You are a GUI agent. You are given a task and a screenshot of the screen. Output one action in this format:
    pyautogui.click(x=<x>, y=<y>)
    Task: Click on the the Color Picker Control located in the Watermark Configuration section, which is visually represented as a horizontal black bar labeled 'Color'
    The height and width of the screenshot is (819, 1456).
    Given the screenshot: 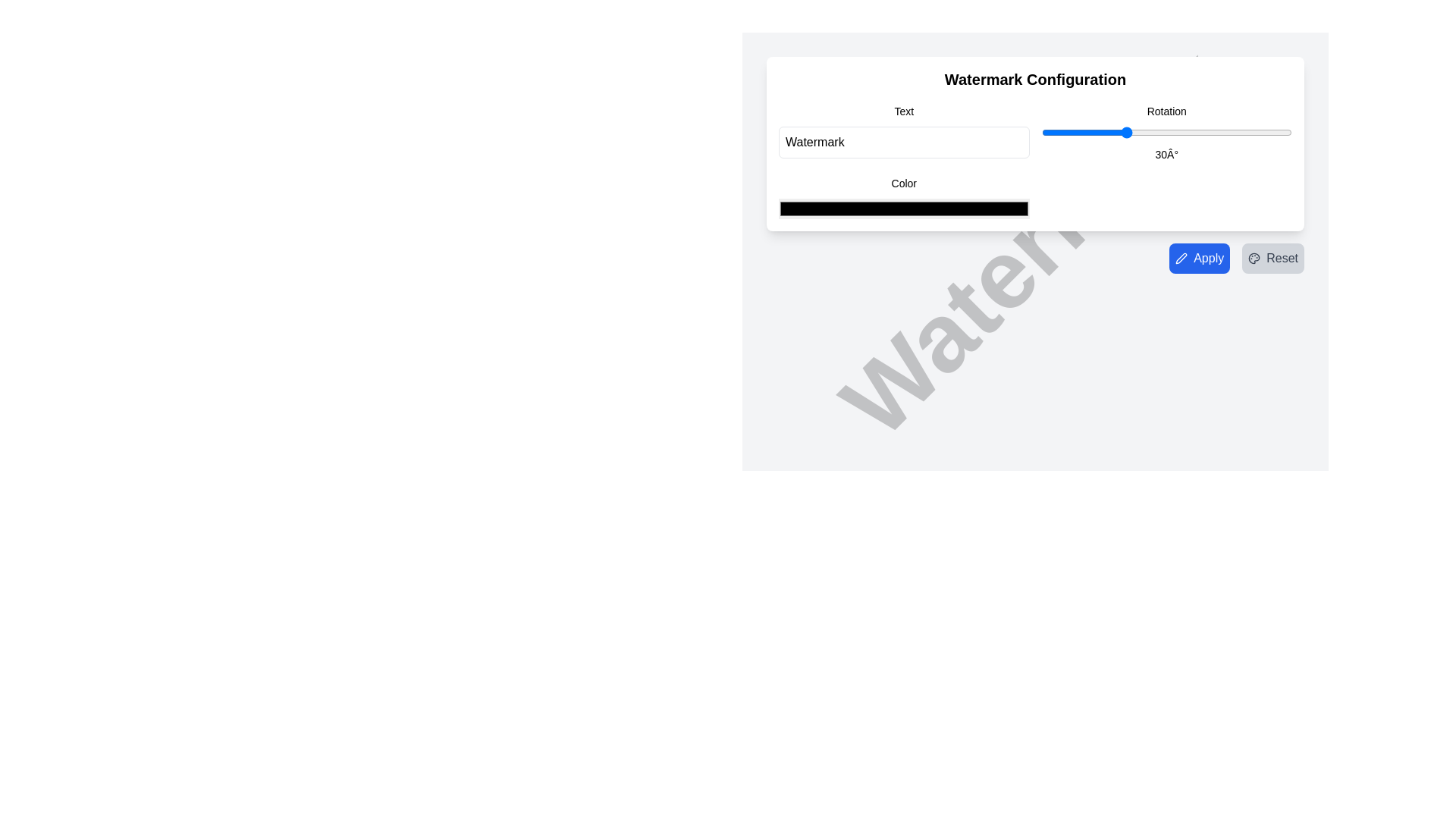 What is the action you would take?
    pyautogui.click(x=904, y=196)
    